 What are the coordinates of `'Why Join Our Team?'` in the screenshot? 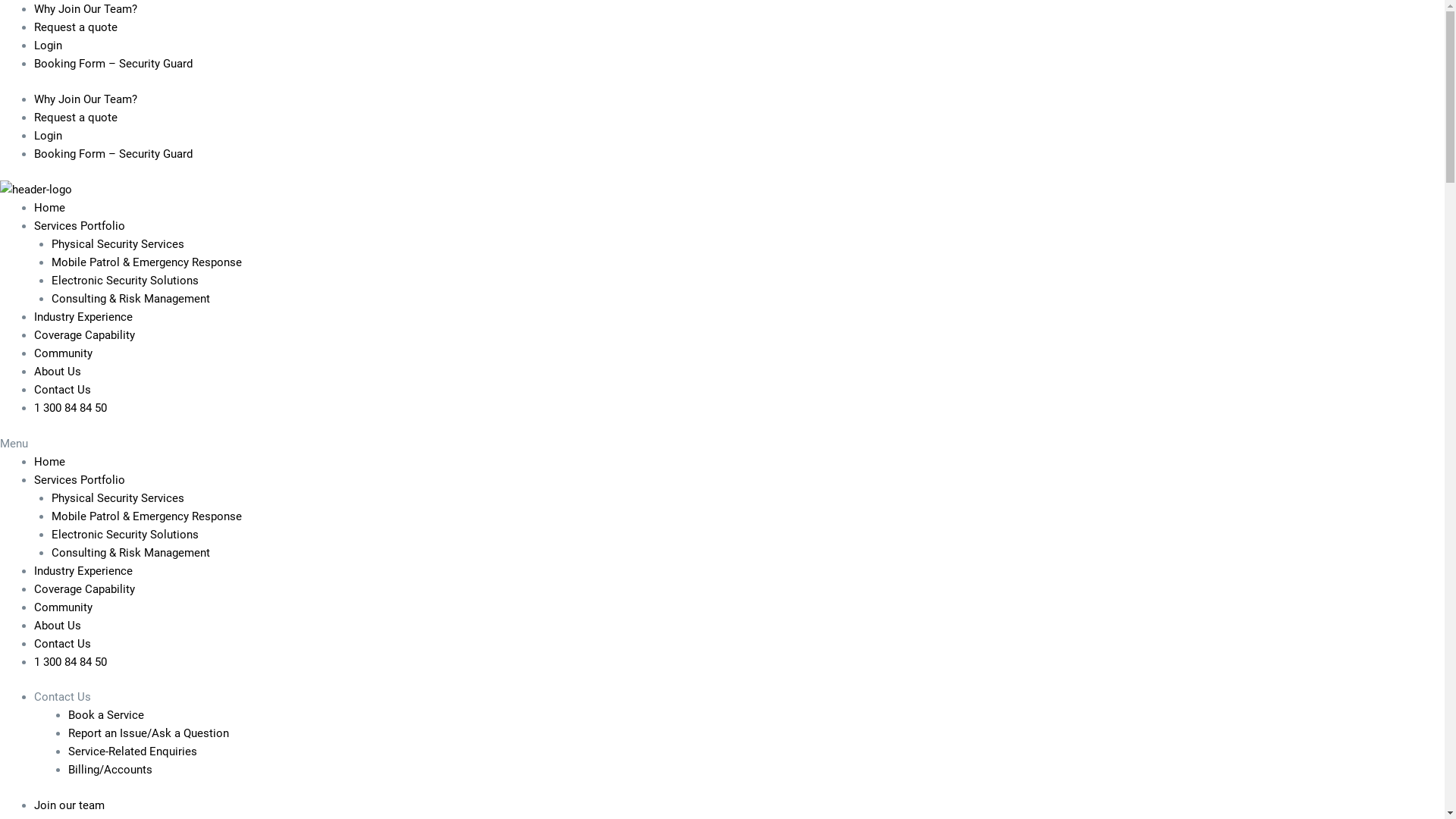 It's located at (85, 99).